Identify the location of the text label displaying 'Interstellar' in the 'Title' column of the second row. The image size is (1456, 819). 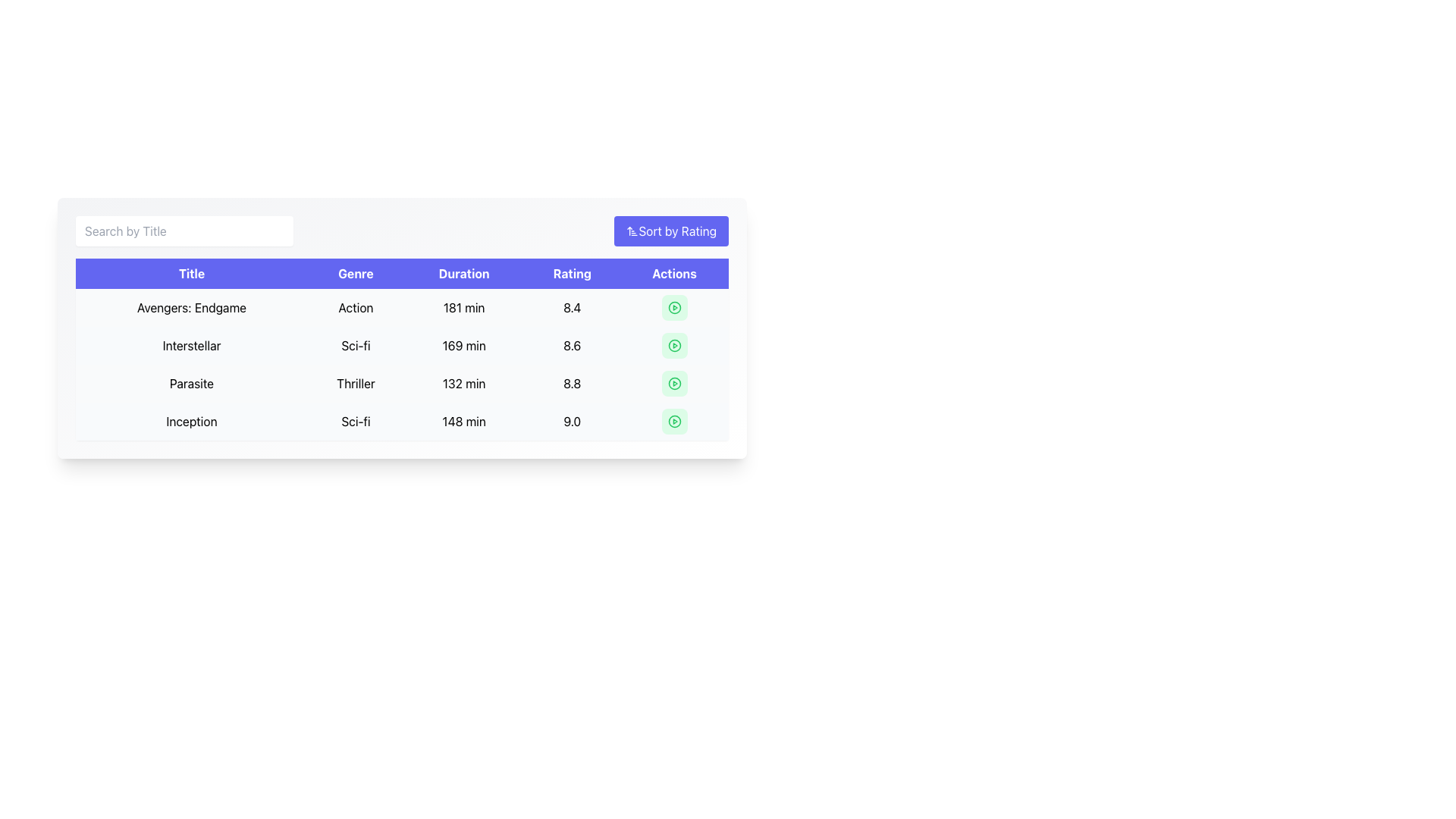
(191, 345).